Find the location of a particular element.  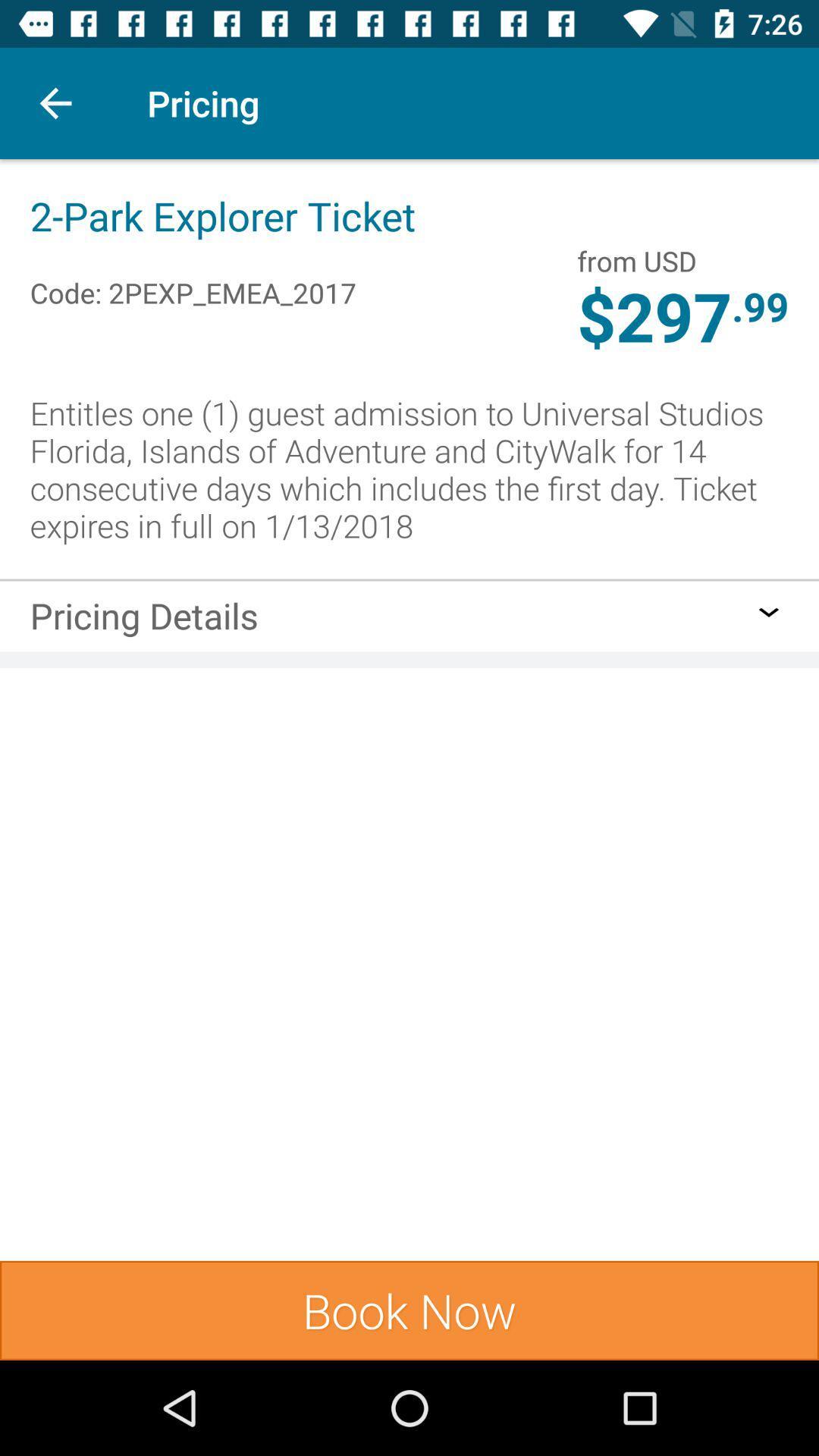

code: 2pexp_emea_2017 is located at coordinates (192, 277).